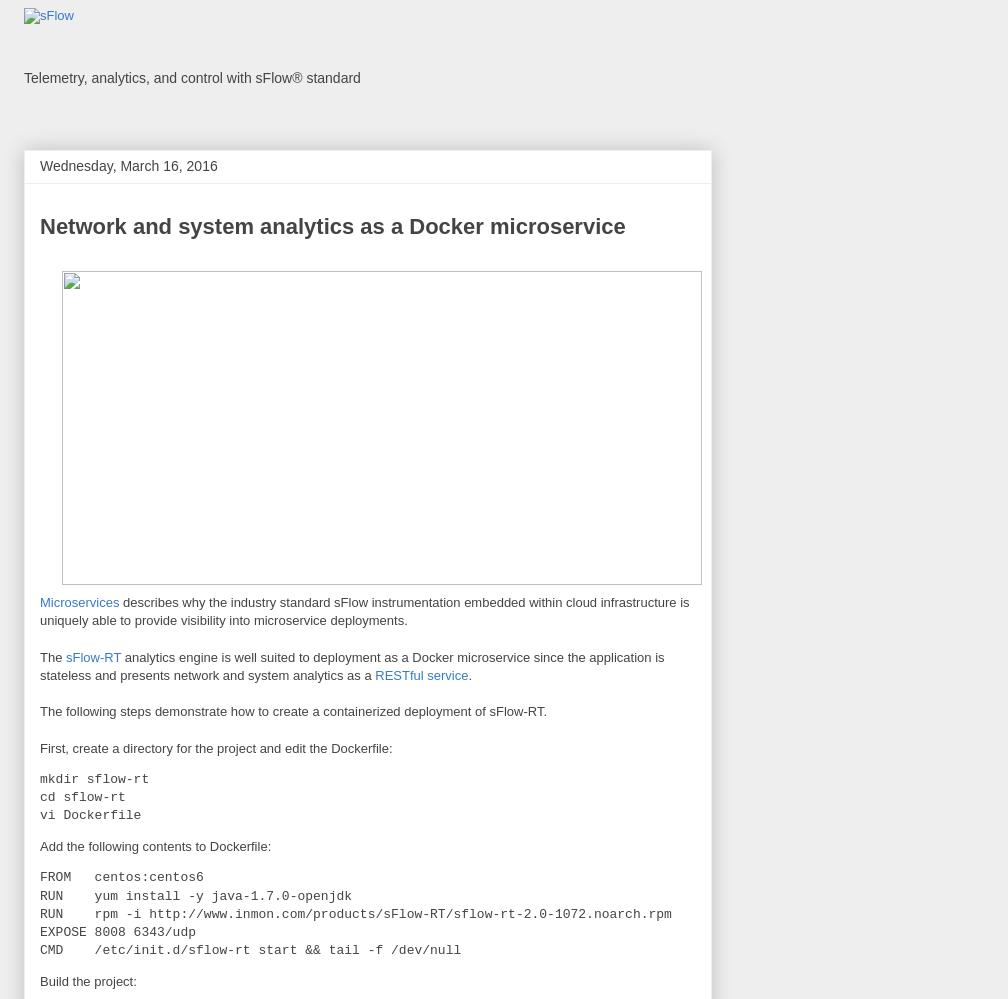  Describe the element at coordinates (421, 674) in the screenshot. I see `'RESTful service'` at that location.